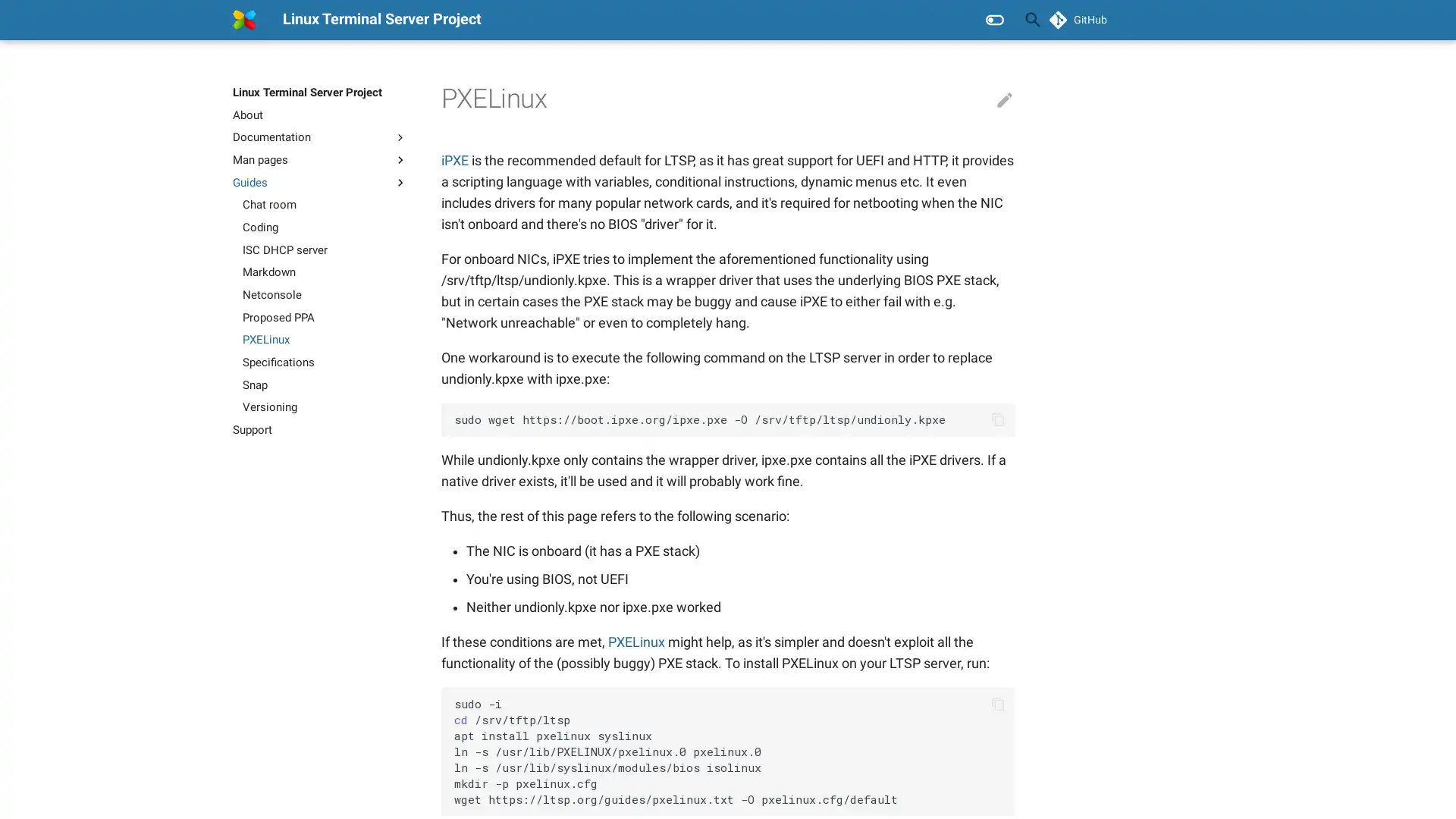 This screenshot has height=819, width=1456. What do you see at coordinates (997, 419) in the screenshot?
I see `Copy to clipboard` at bounding box center [997, 419].